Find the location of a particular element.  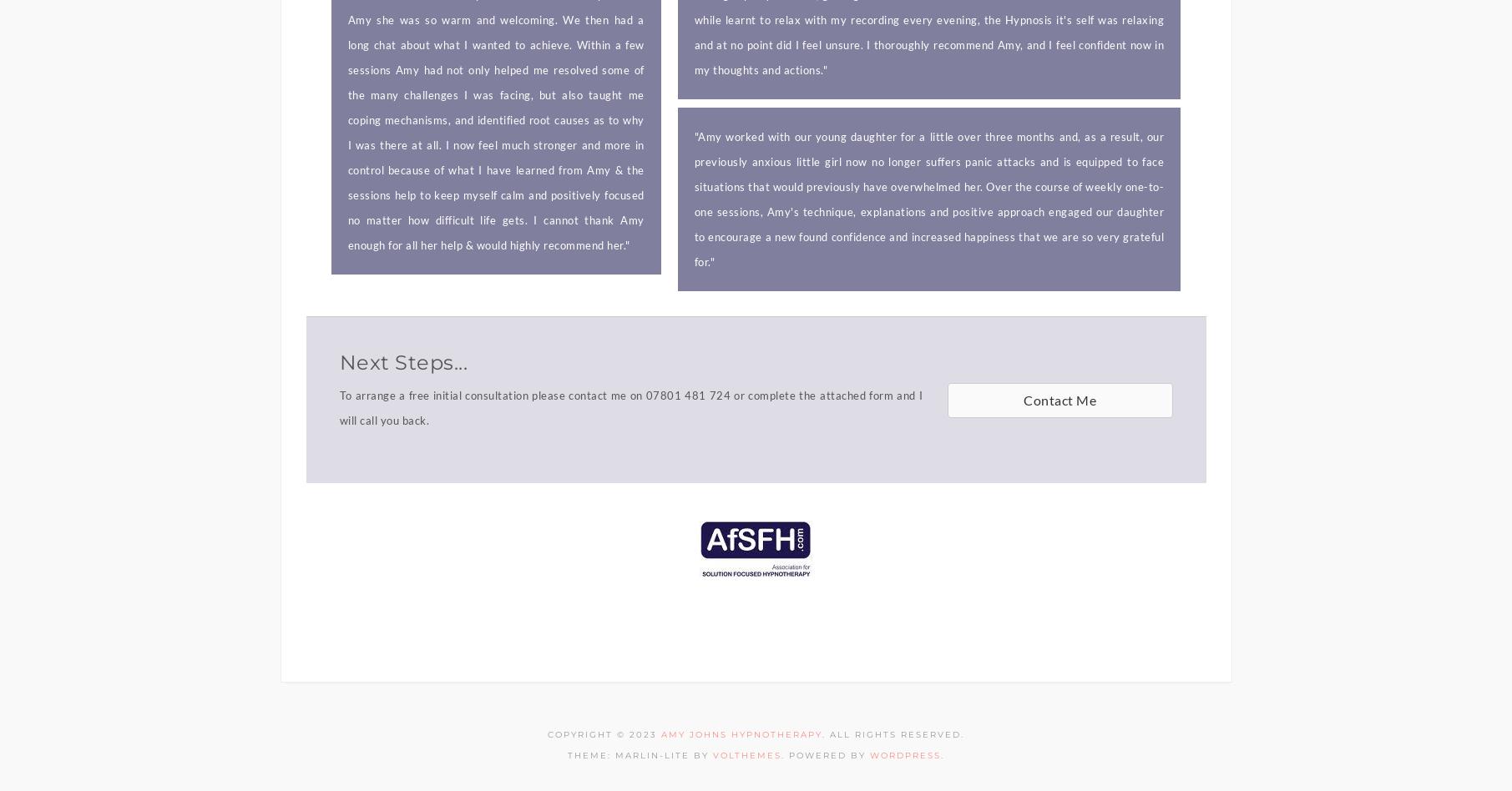

'. All rights reserved.' is located at coordinates (893, 733).